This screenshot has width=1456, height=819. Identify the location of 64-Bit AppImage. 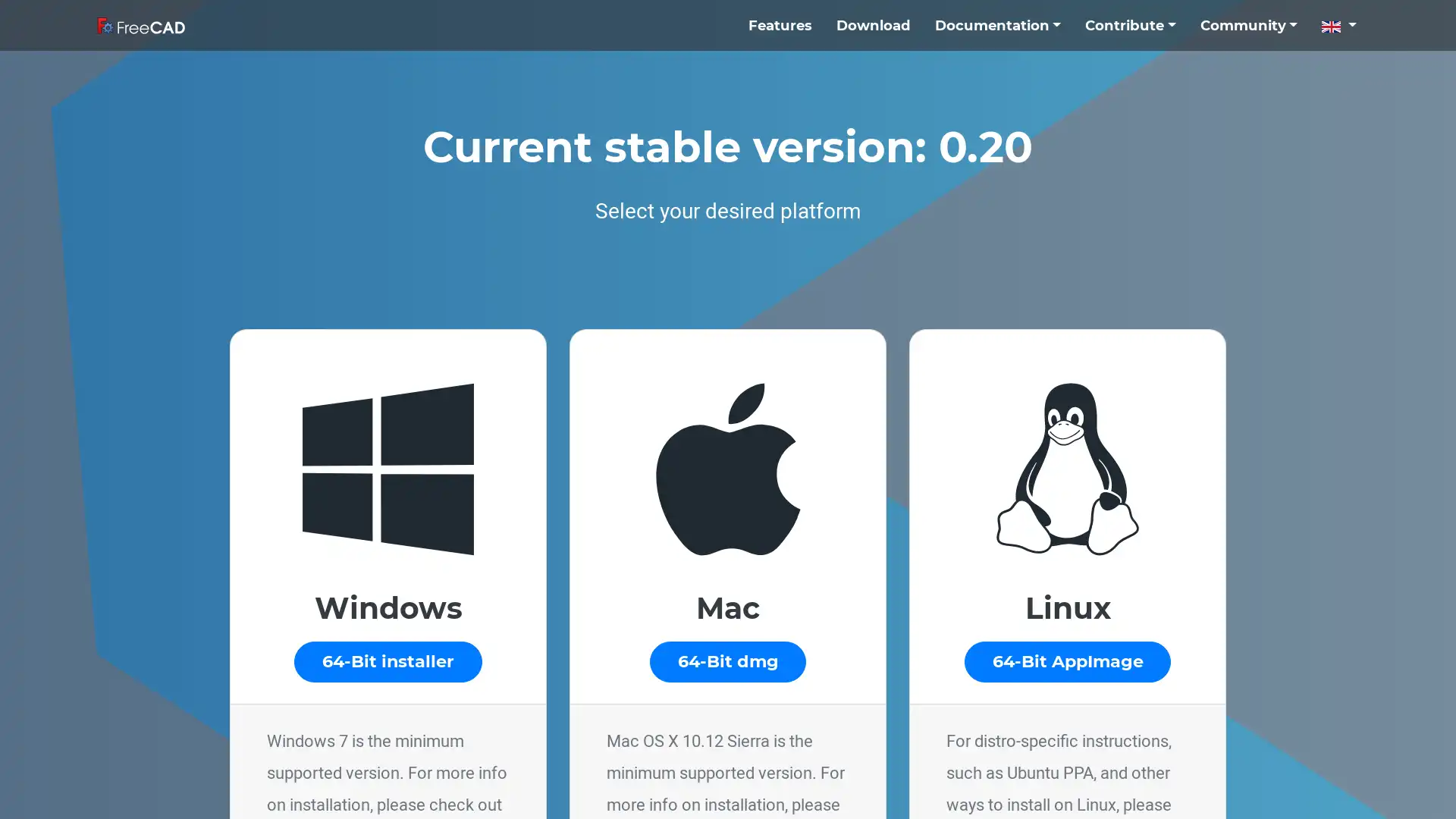
(1066, 661).